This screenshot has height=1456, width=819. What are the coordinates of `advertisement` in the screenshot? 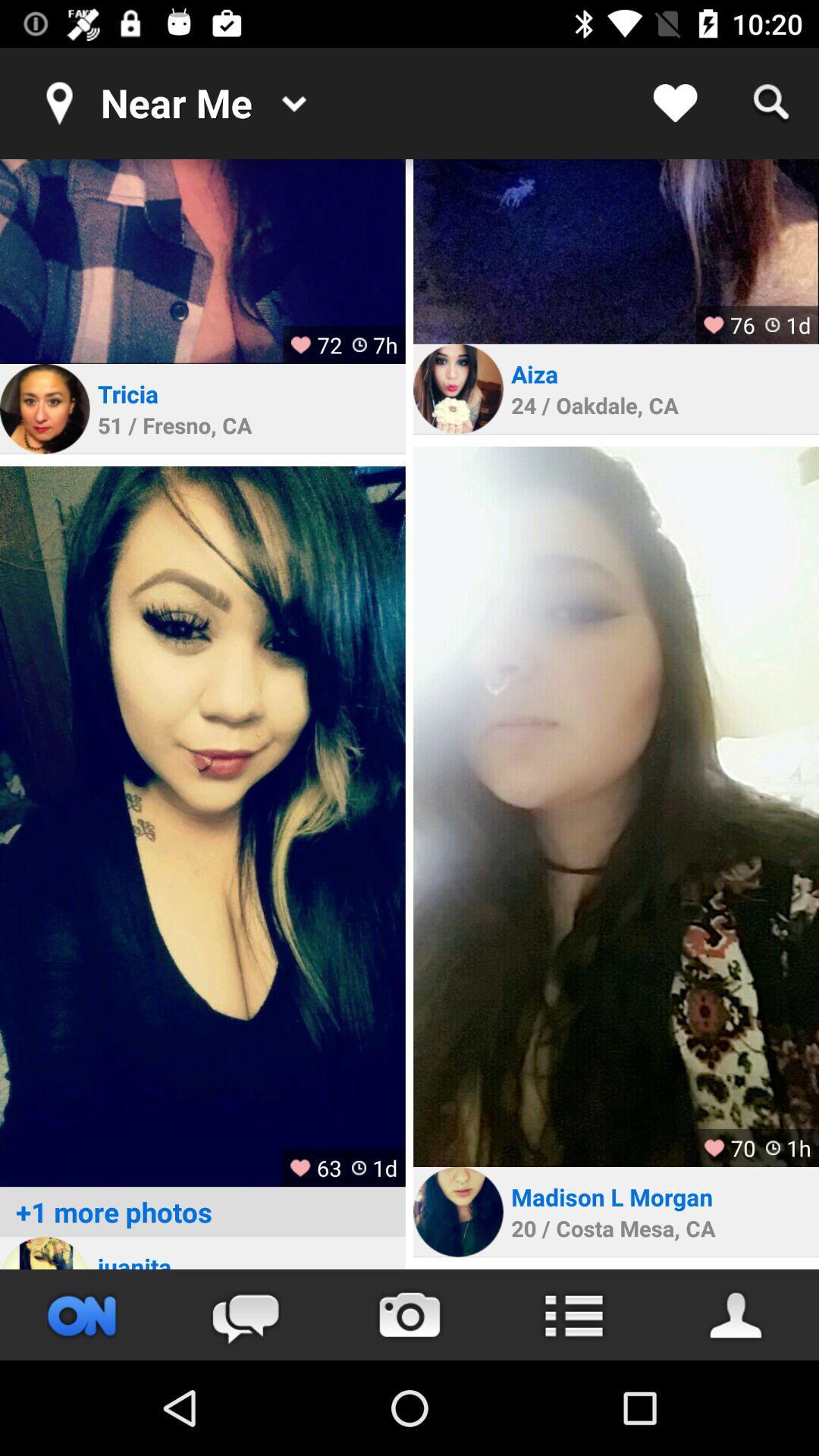 It's located at (202, 826).